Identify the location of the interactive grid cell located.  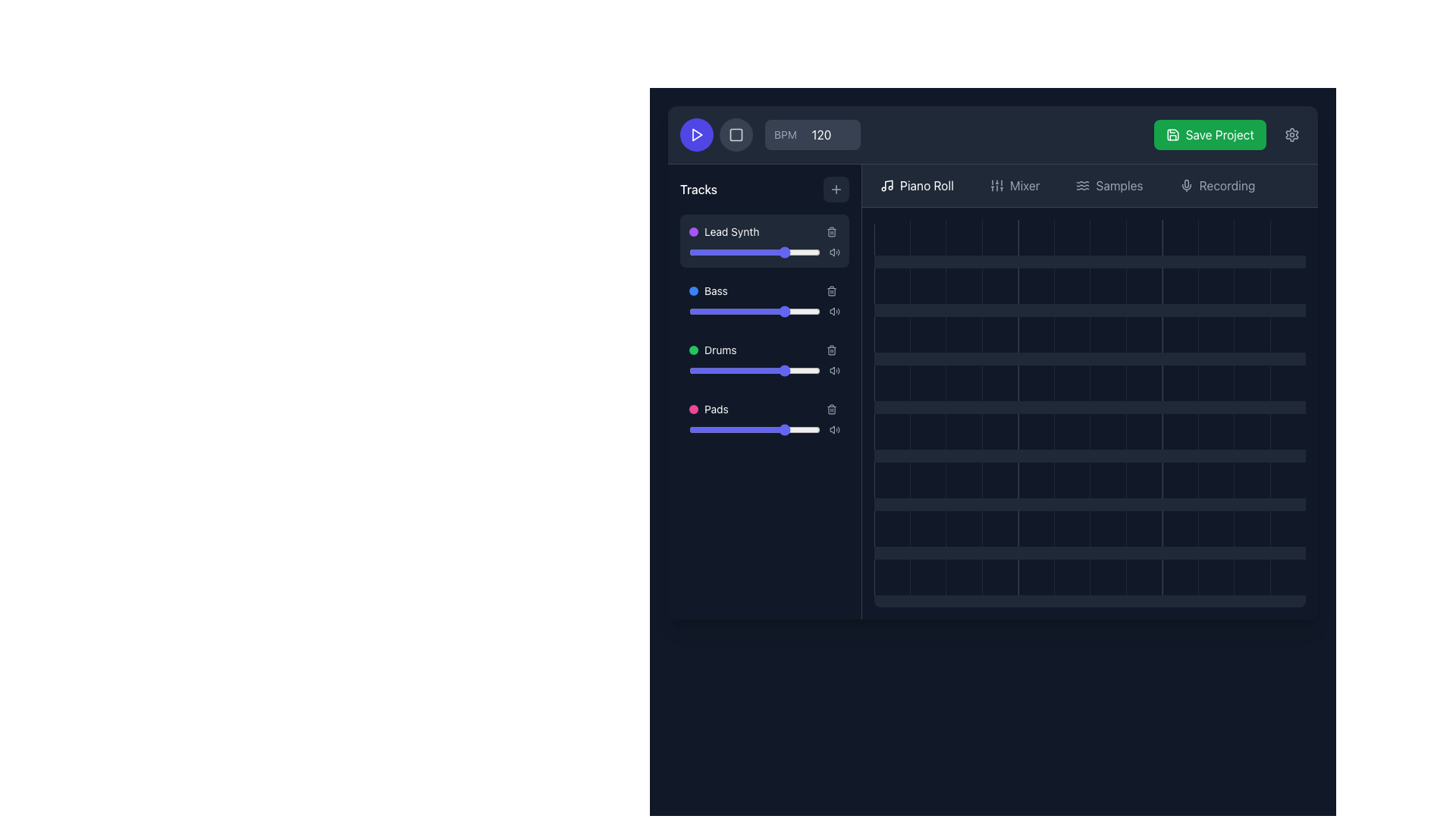
(1179, 382).